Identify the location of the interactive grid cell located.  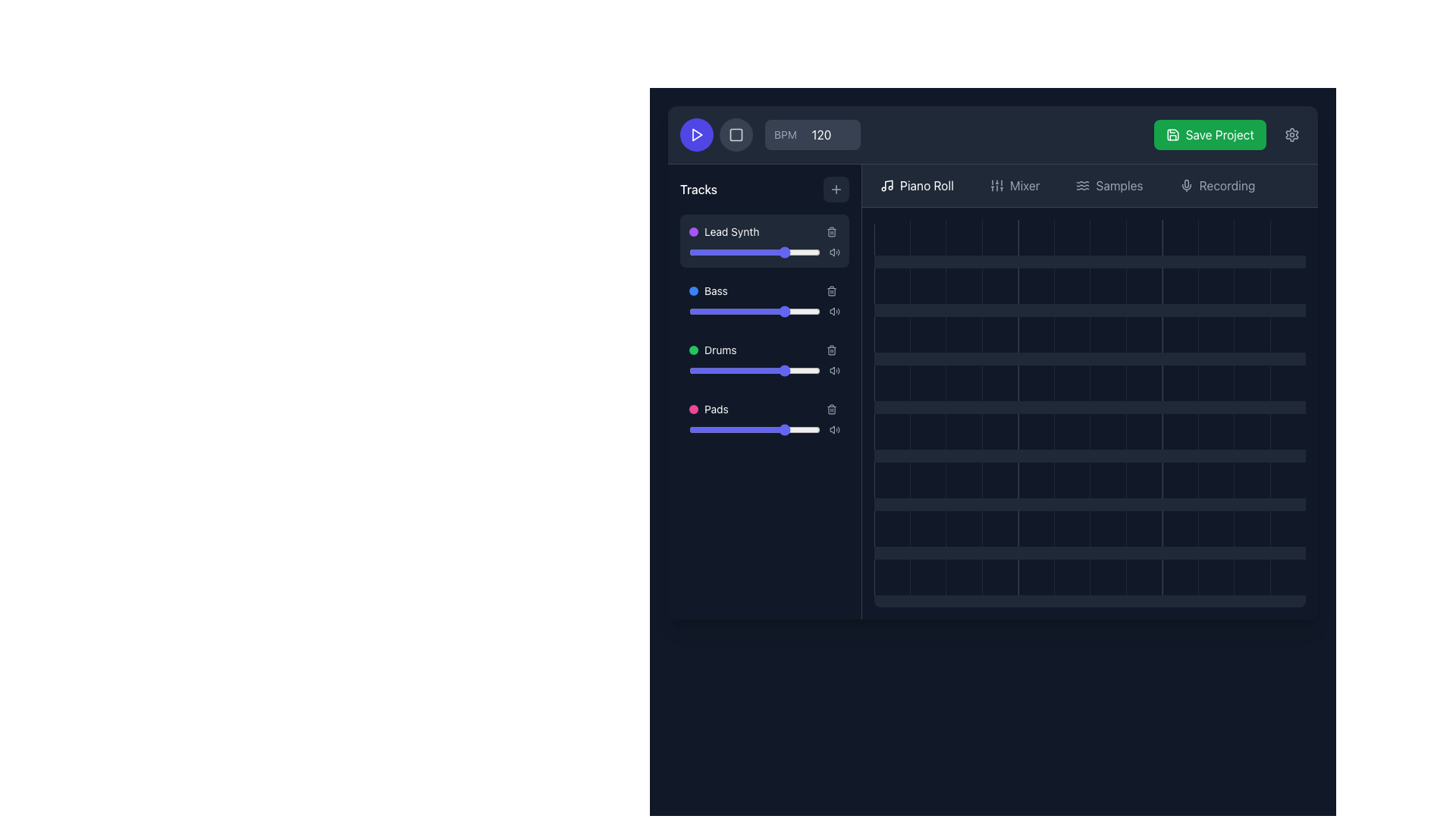
(1179, 382).